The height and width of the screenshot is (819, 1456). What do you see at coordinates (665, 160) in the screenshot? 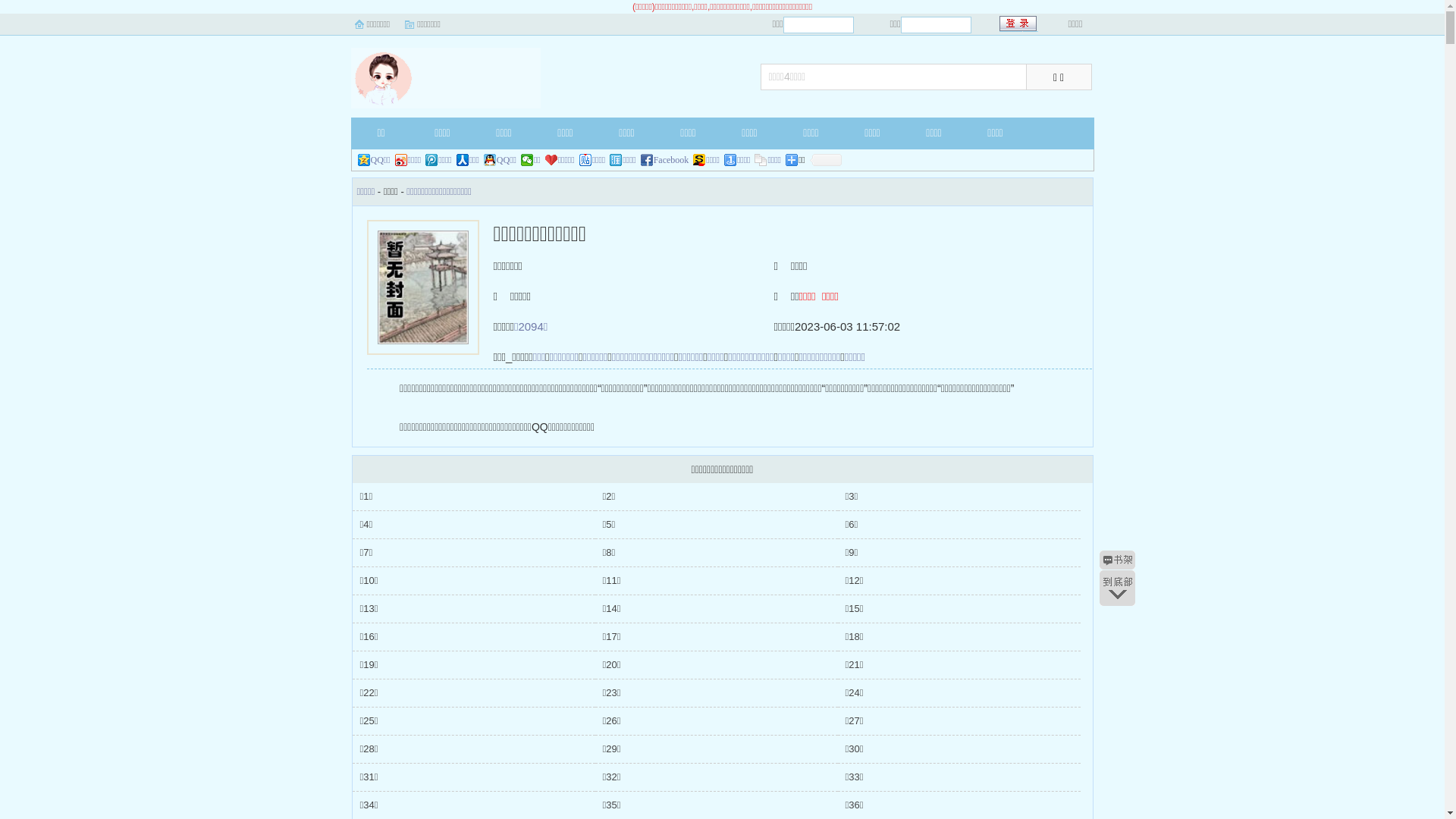
I see `'Facebook'` at bounding box center [665, 160].